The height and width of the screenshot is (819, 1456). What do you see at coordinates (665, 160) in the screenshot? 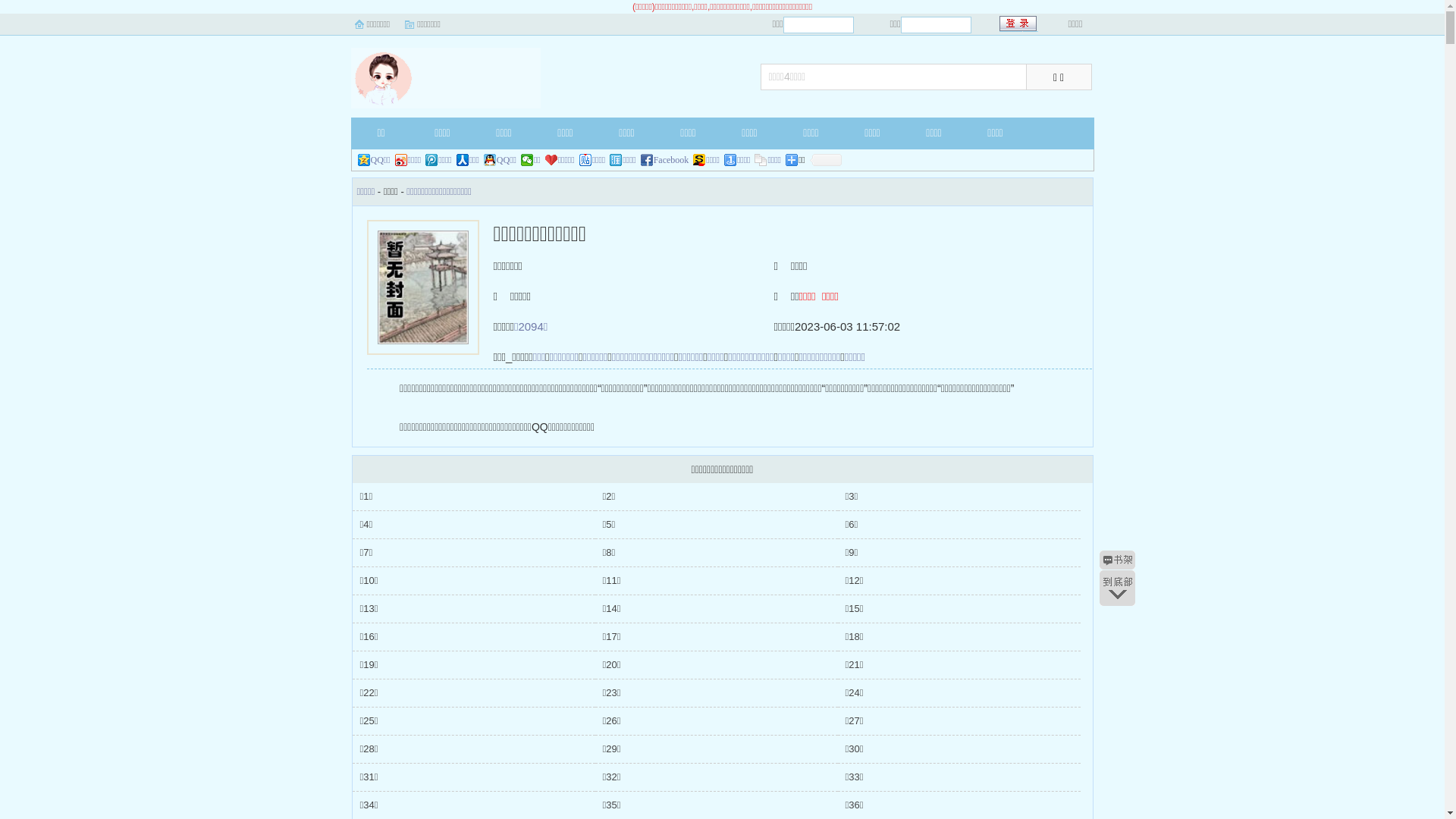
I see `'Facebook'` at bounding box center [665, 160].